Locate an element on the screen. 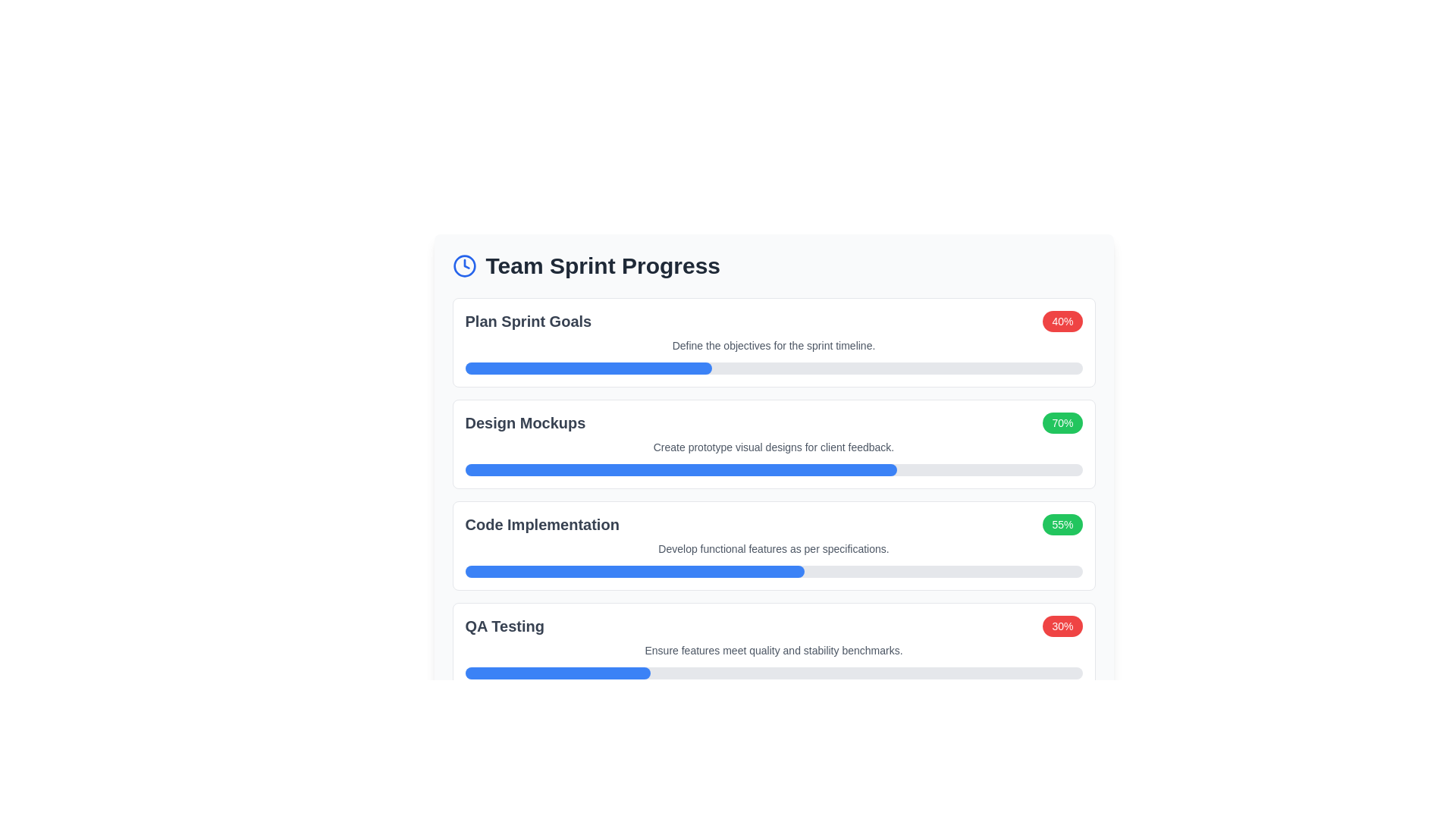 This screenshot has height=819, width=1456. the progress bar in the 'QA Testing' section, which has a gray background and a blue inner bar indicating 30% progress is located at coordinates (773, 672).